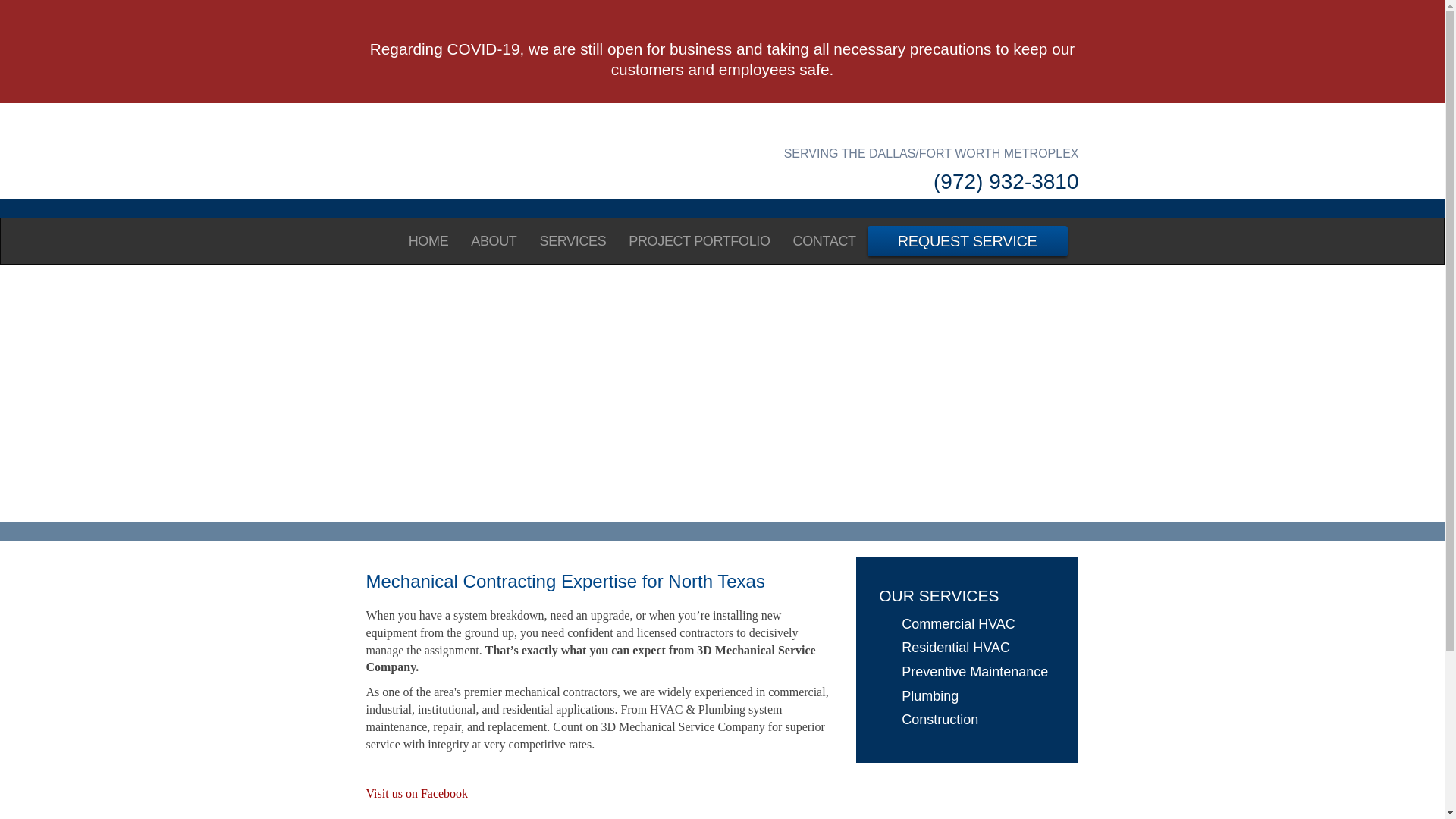 Image resolution: width=1456 pixels, height=819 pixels. Describe the element at coordinates (428, 240) in the screenshot. I see `'HOME'` at that location.